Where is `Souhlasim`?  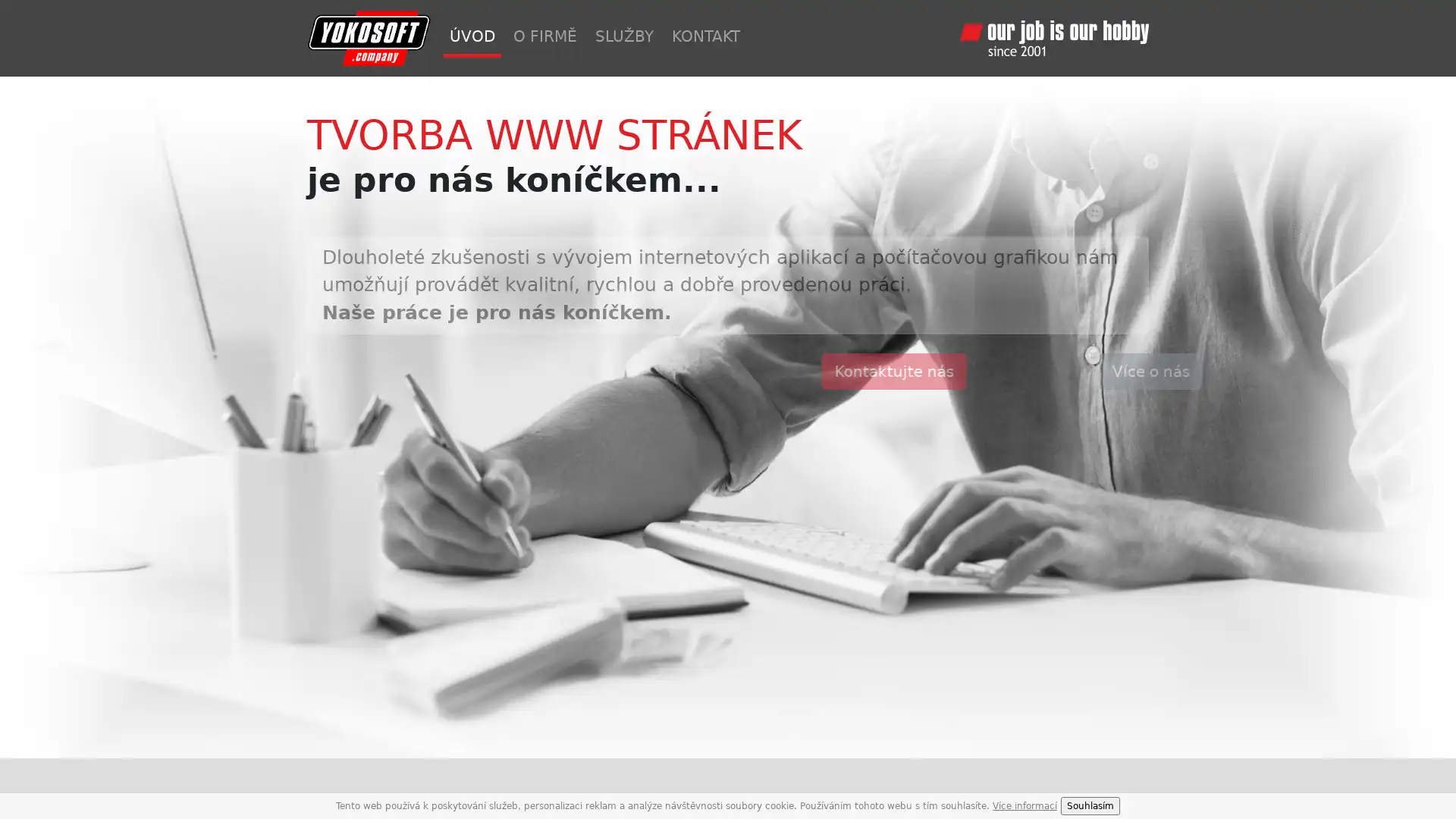 Souhlasim is located at coordinates (1090, 805).